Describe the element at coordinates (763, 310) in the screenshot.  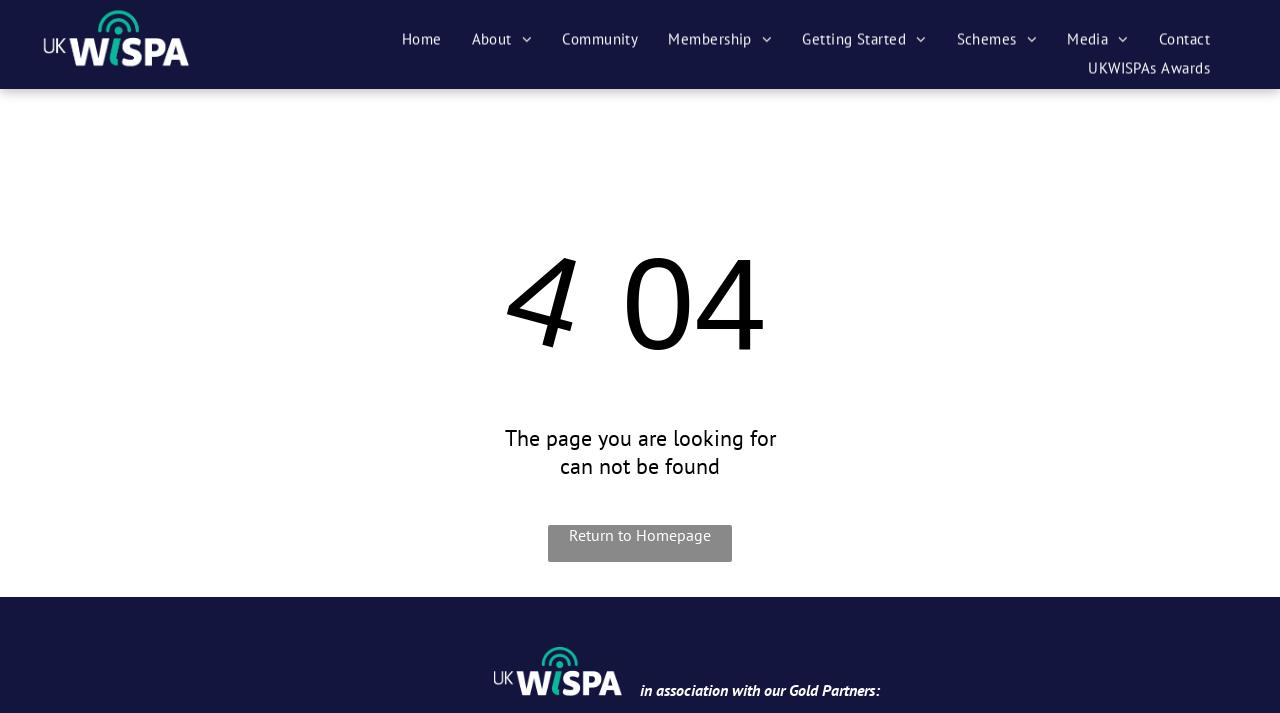
I see `'Membership Agreement'` at that location.